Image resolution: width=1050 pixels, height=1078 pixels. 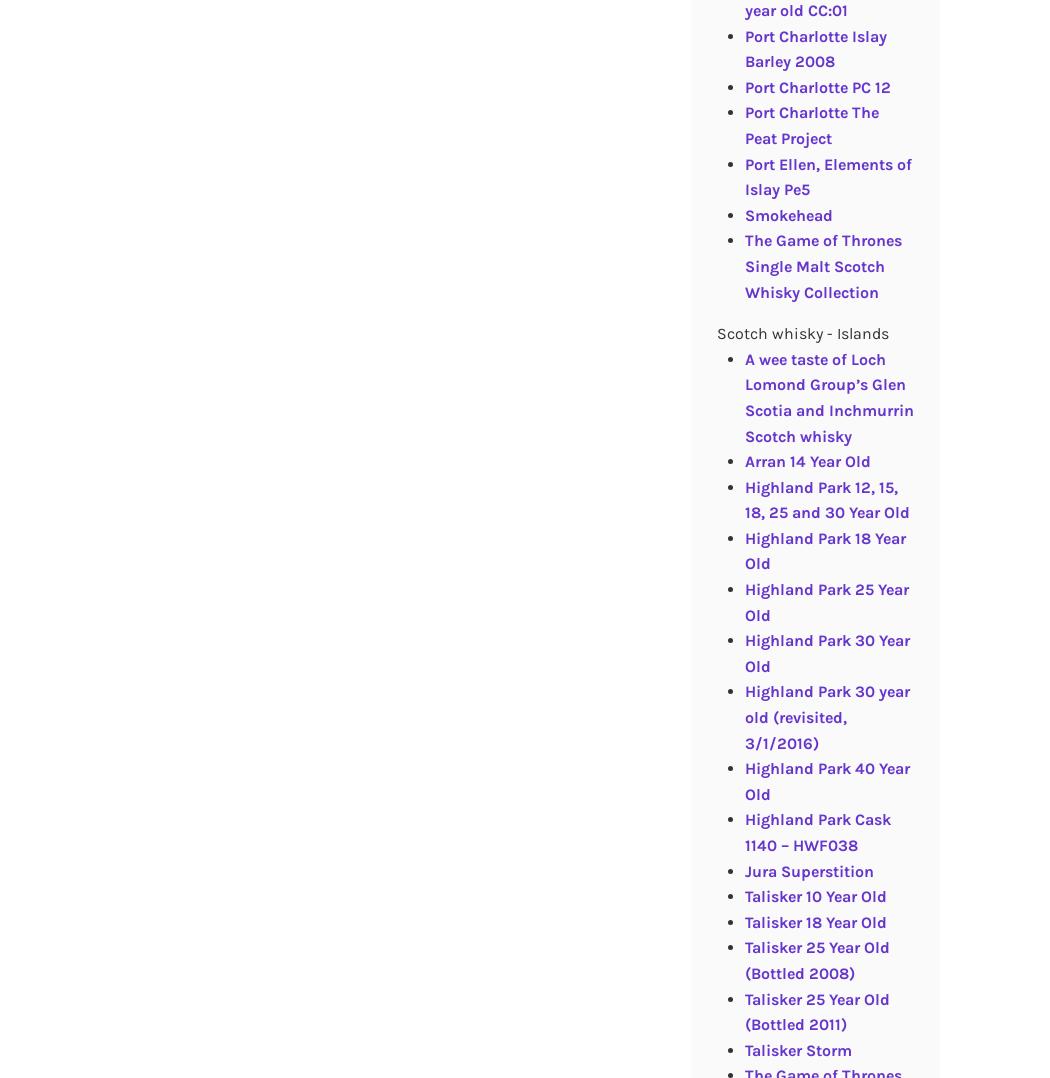 I want to click on 'Scotch whisky - Islands', so click(x=800, y=332).